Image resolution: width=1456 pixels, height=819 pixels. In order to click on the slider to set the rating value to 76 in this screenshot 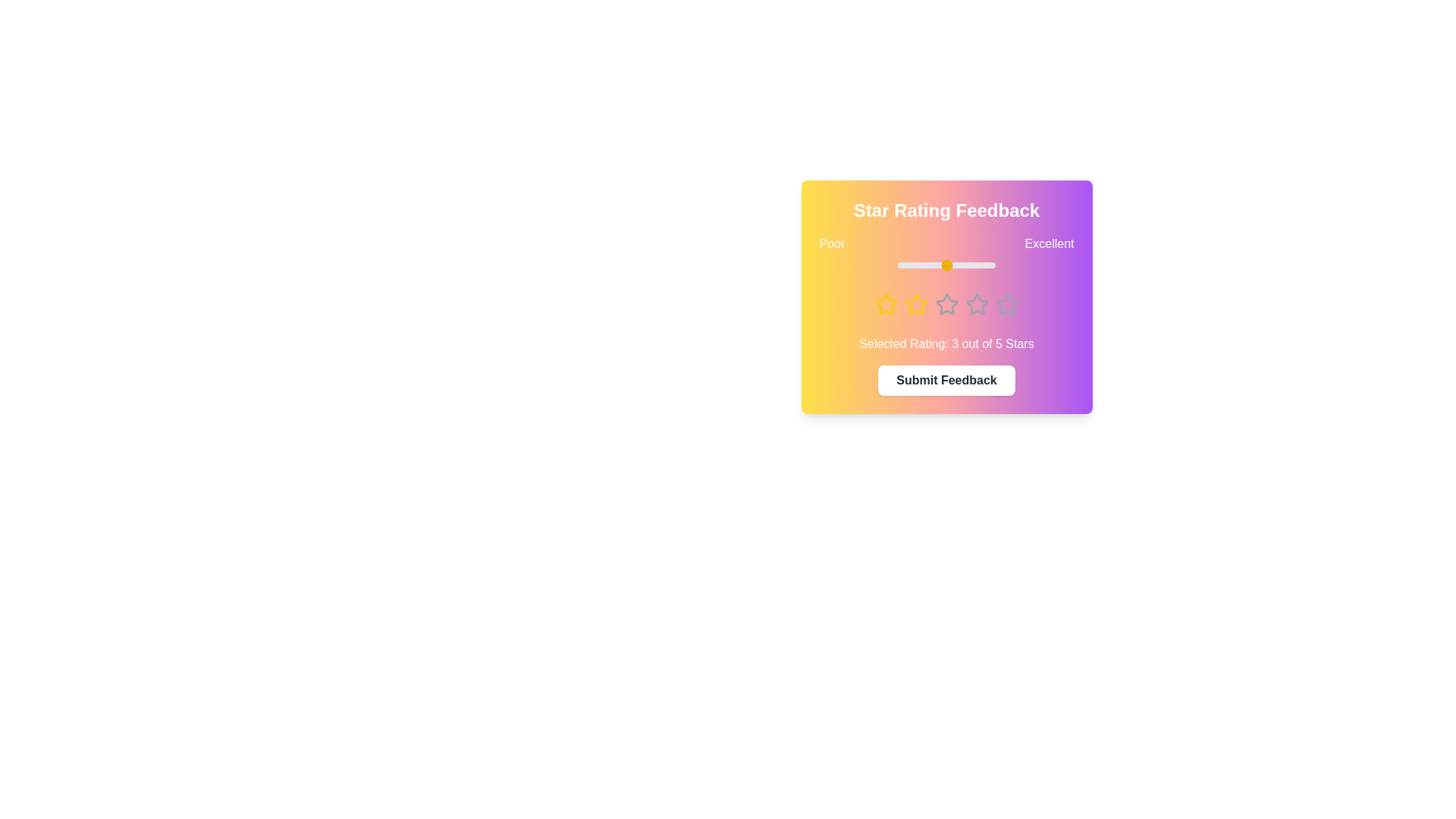, I will do `click(971, 265)`.